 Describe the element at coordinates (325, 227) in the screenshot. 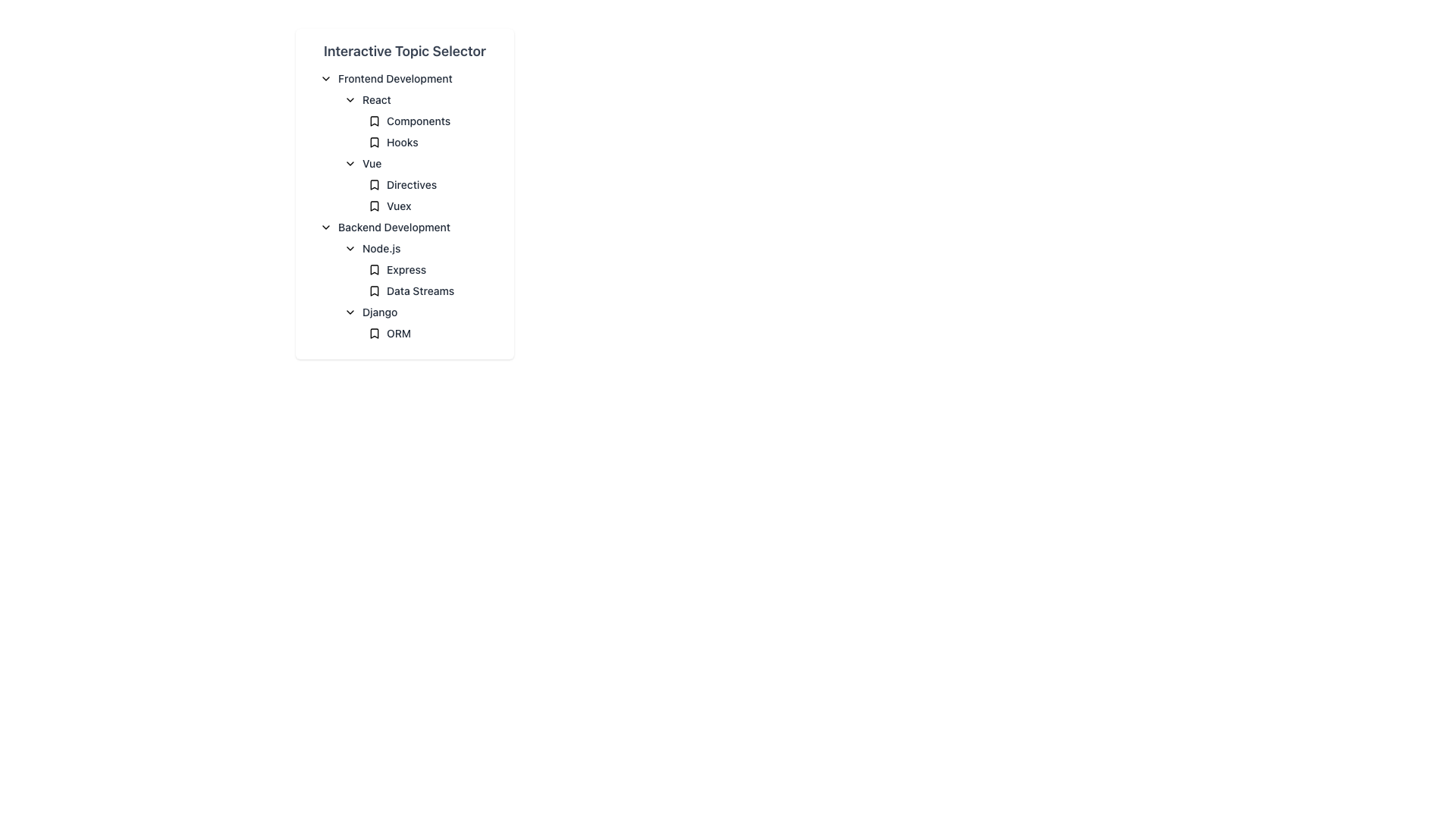

I see `the collapsible button` at that location.